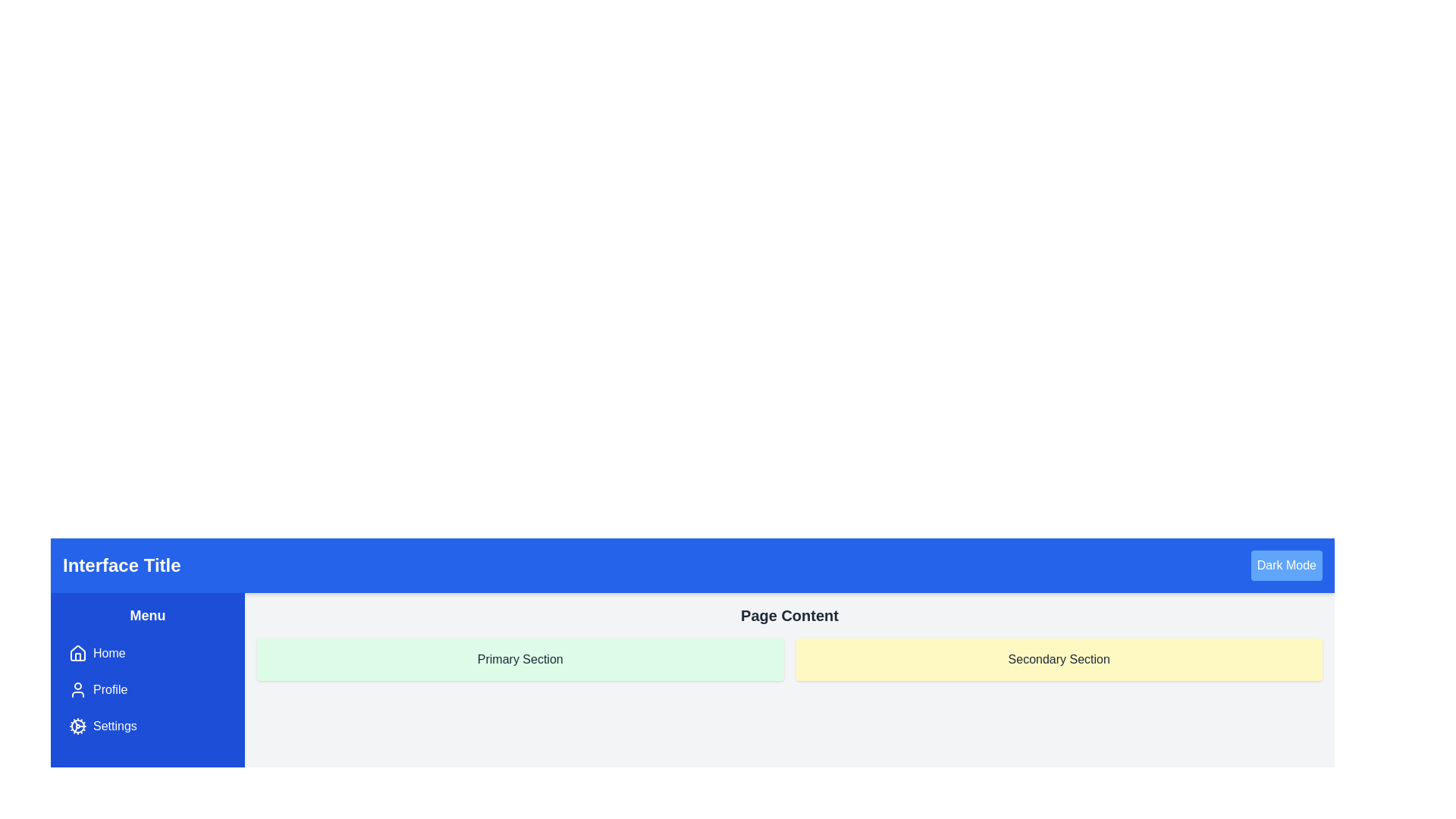 Image resolution: width=1456 pixels, height=819 pixels. Describe the element at coordinates (108, 652) in the screenshot. I see `the 'Home' label in the left-side navigation menu to trigger the tooltip` at that location.